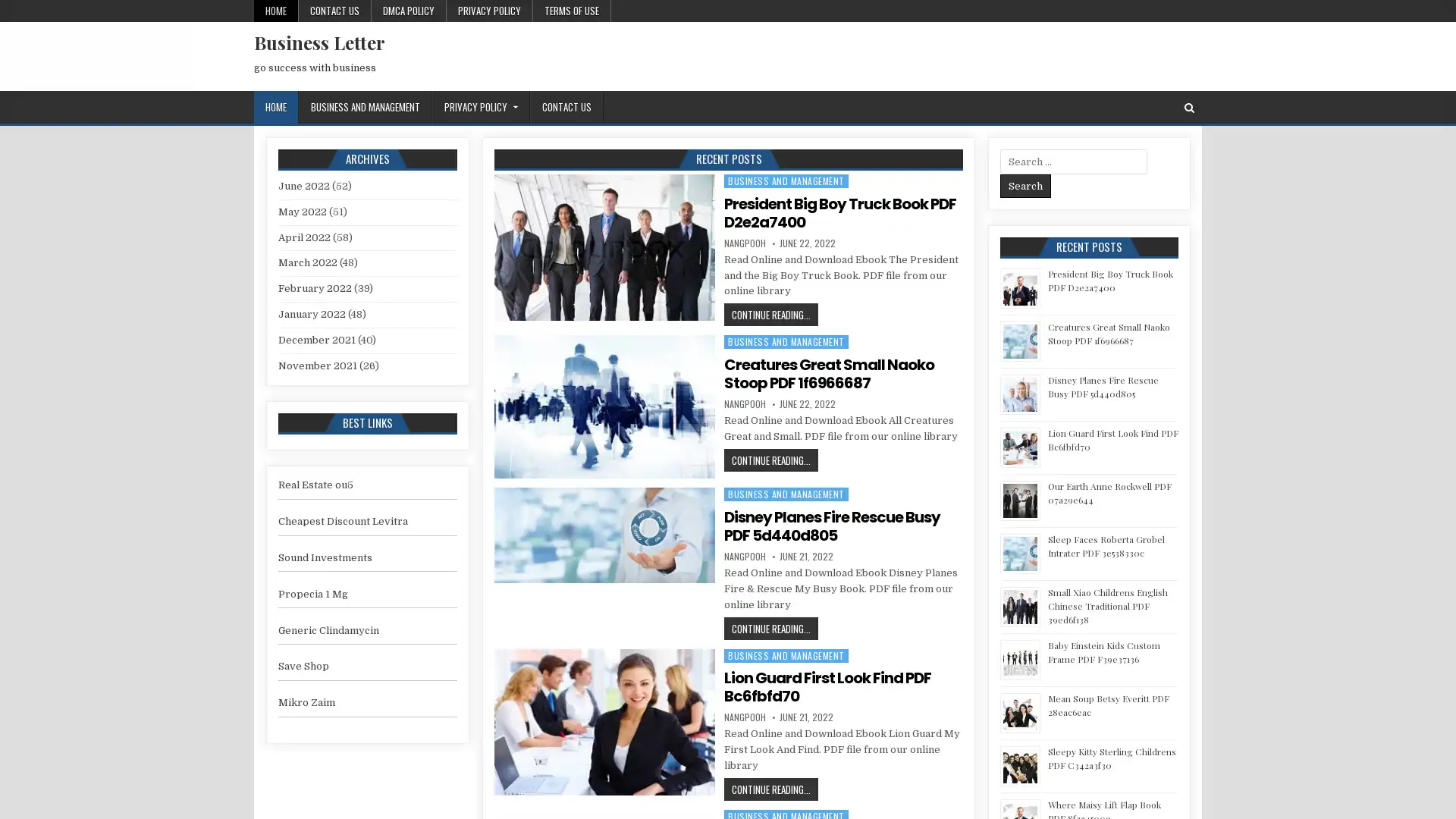 This screenshot has width=1456, height=819. What do you see at coordinates (1025, 185) in the screenshot?
I see `Search` at bounding box center [1025, 185].